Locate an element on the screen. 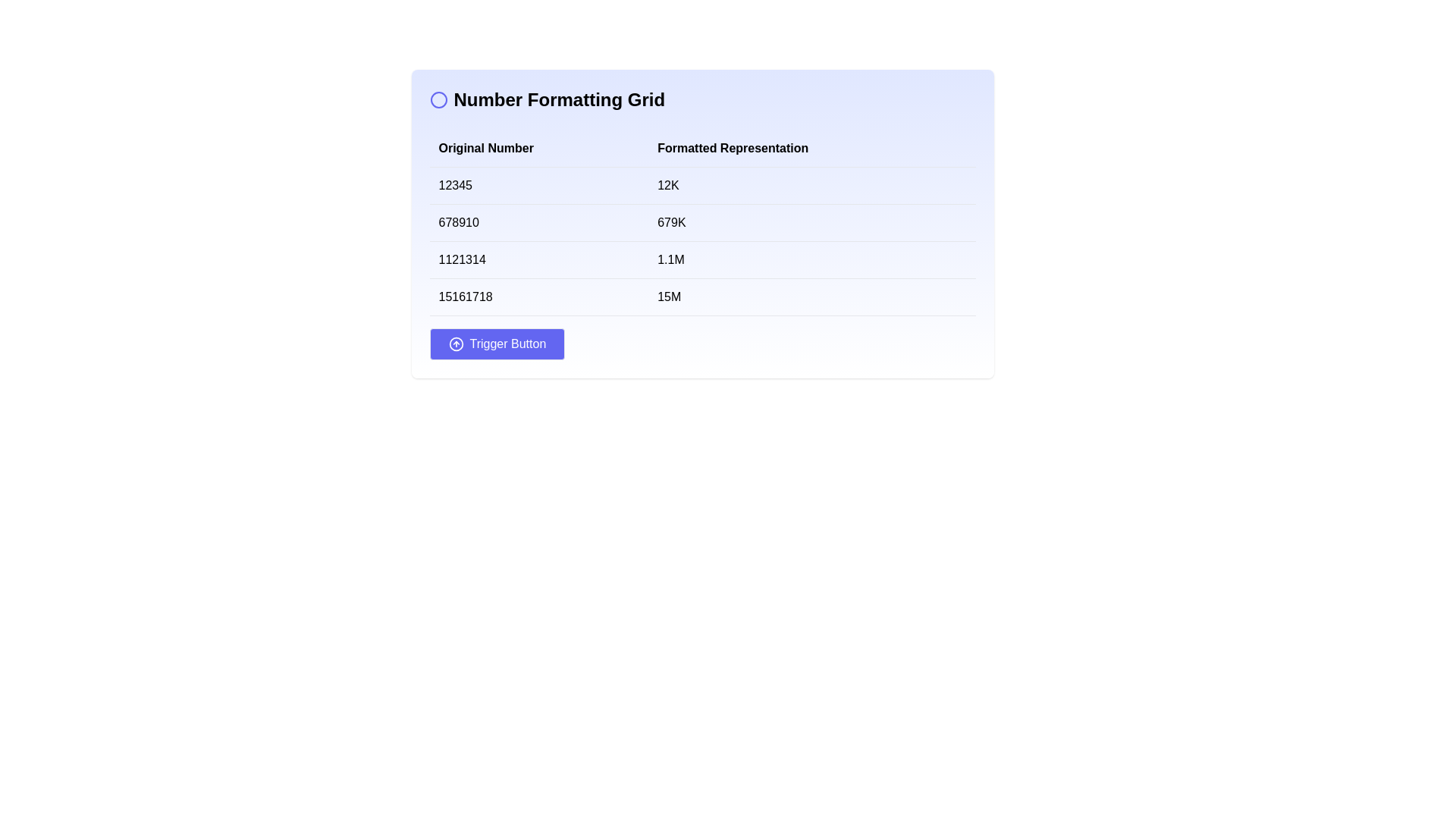 Image resolution: width=1456 pixels, height=819 pixels. the Data cell displaying the original number '12345' located at the leftmost end of the first row in the data grid under the column labeled 'Original Number' is located at coordinates (538, 185).